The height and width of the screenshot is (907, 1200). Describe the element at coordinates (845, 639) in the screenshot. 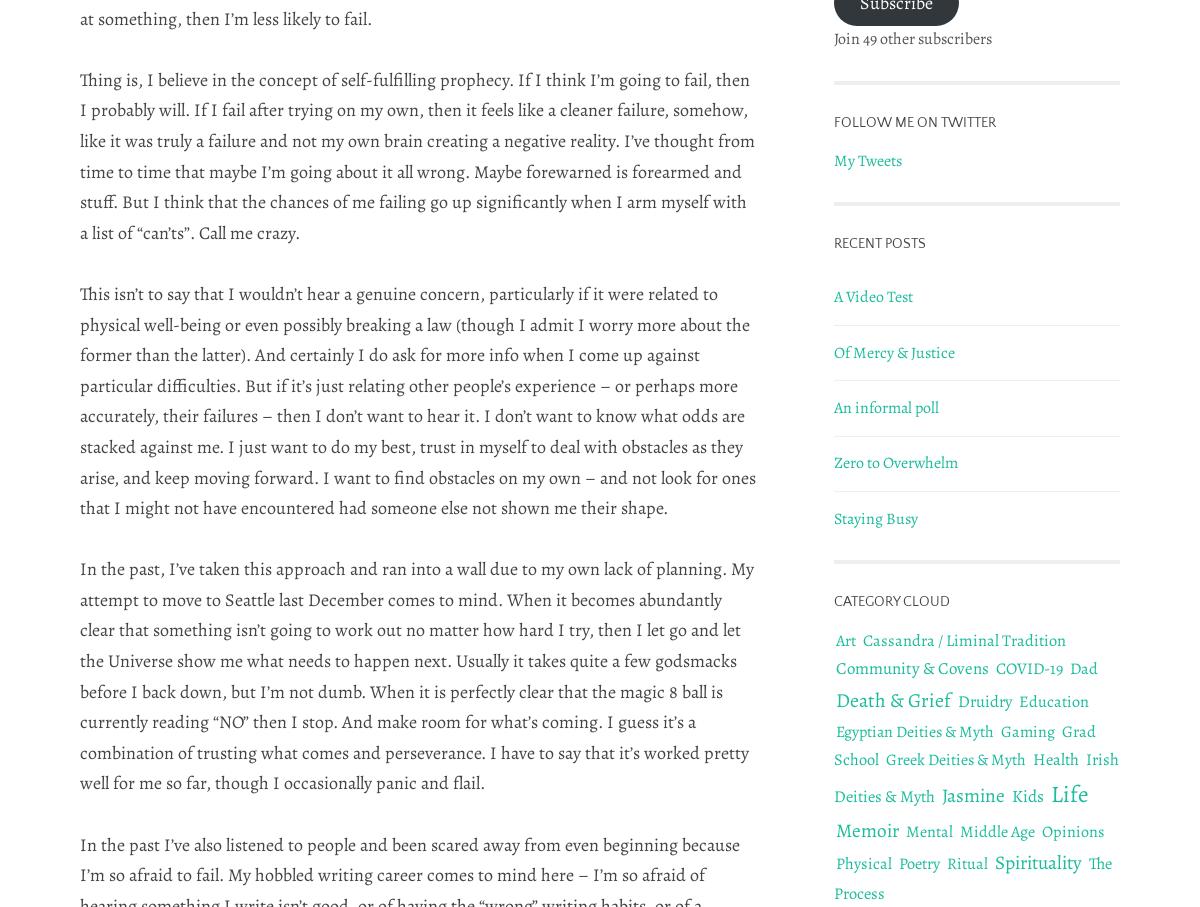

I see `'Art'` at that location.